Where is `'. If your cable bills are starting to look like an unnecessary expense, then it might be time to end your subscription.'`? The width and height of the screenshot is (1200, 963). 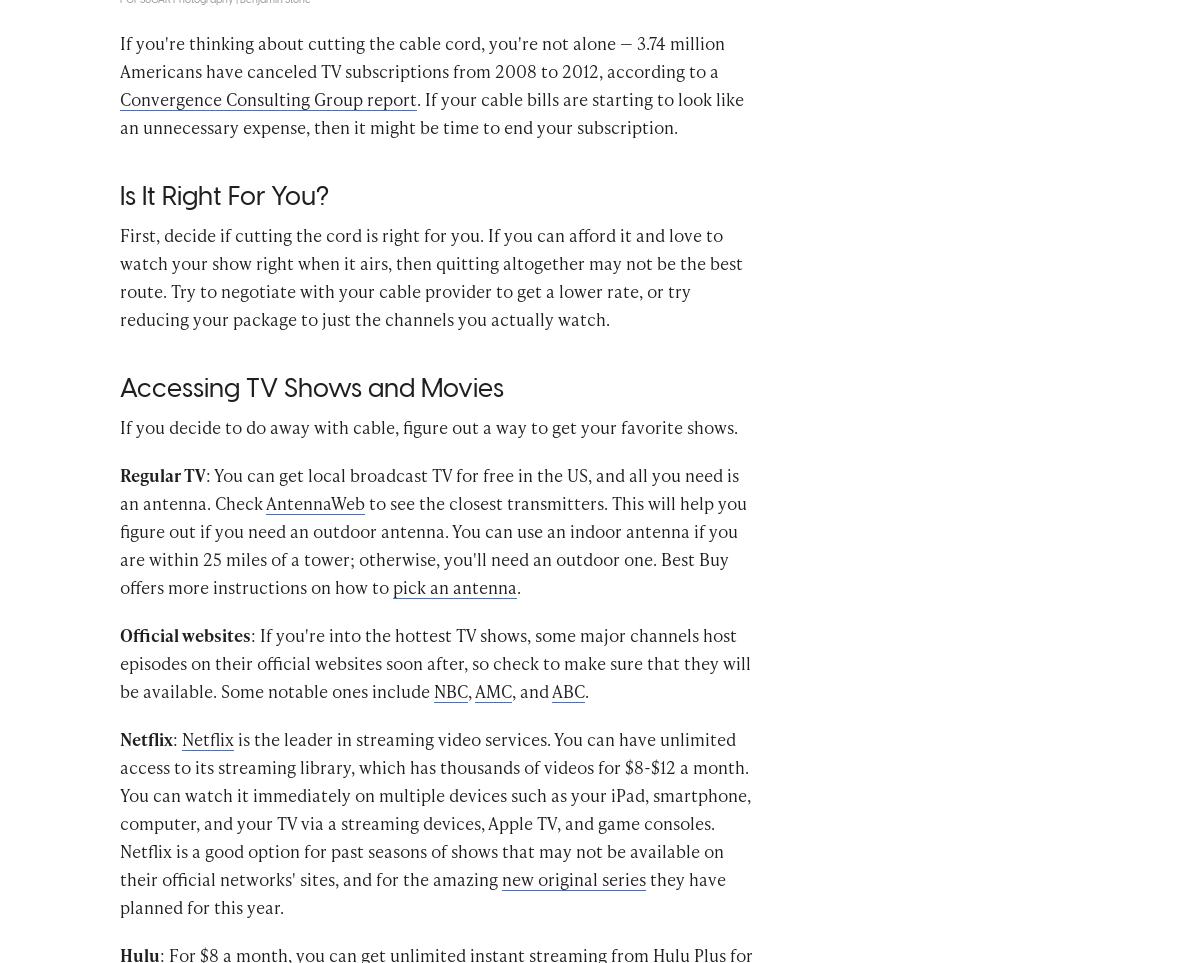 '. If your cable bills are starting to look like an unnecessary expense, then it might be time to end your subscription.' is located at coordinates (432, 142).